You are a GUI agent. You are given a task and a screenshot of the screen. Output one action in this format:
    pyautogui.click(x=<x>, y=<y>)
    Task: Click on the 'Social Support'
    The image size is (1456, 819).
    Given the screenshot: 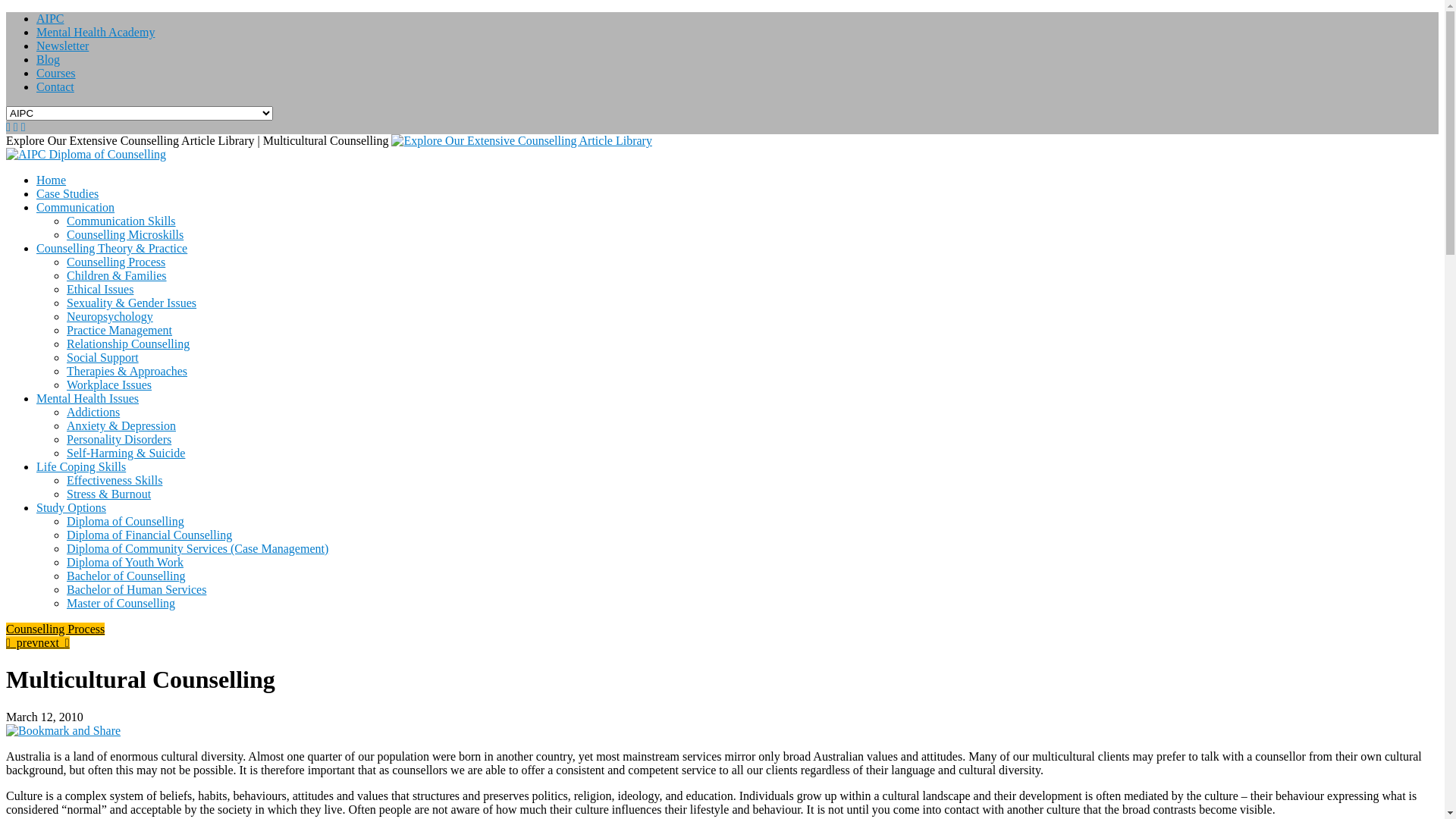 What is the action you would take?
    pyautogui.click(x=102, y=357)
    